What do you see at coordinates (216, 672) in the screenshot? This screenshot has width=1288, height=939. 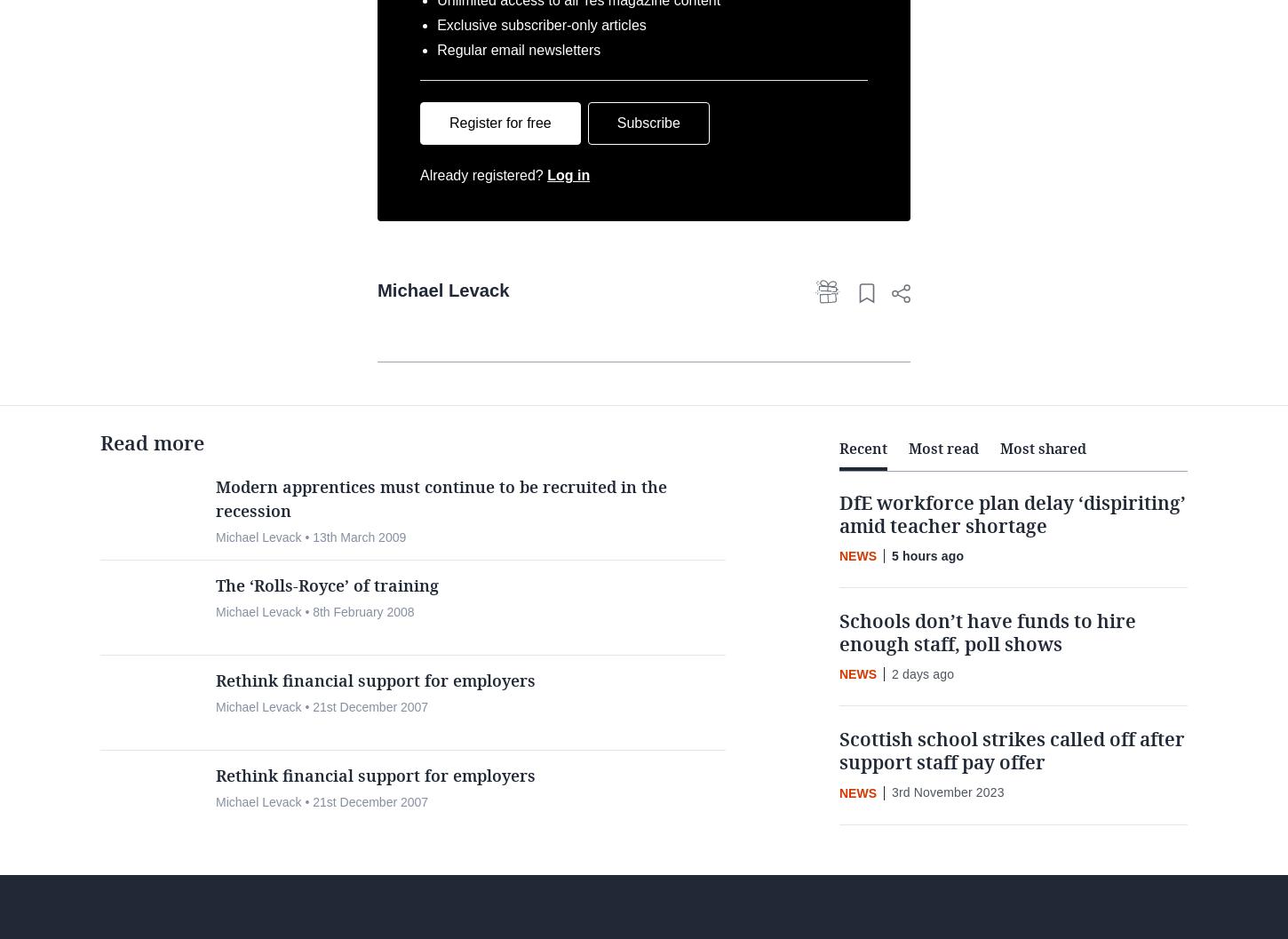 I see `'Michael Levack • 8th February 2008'` at bounding box center [216, 672].